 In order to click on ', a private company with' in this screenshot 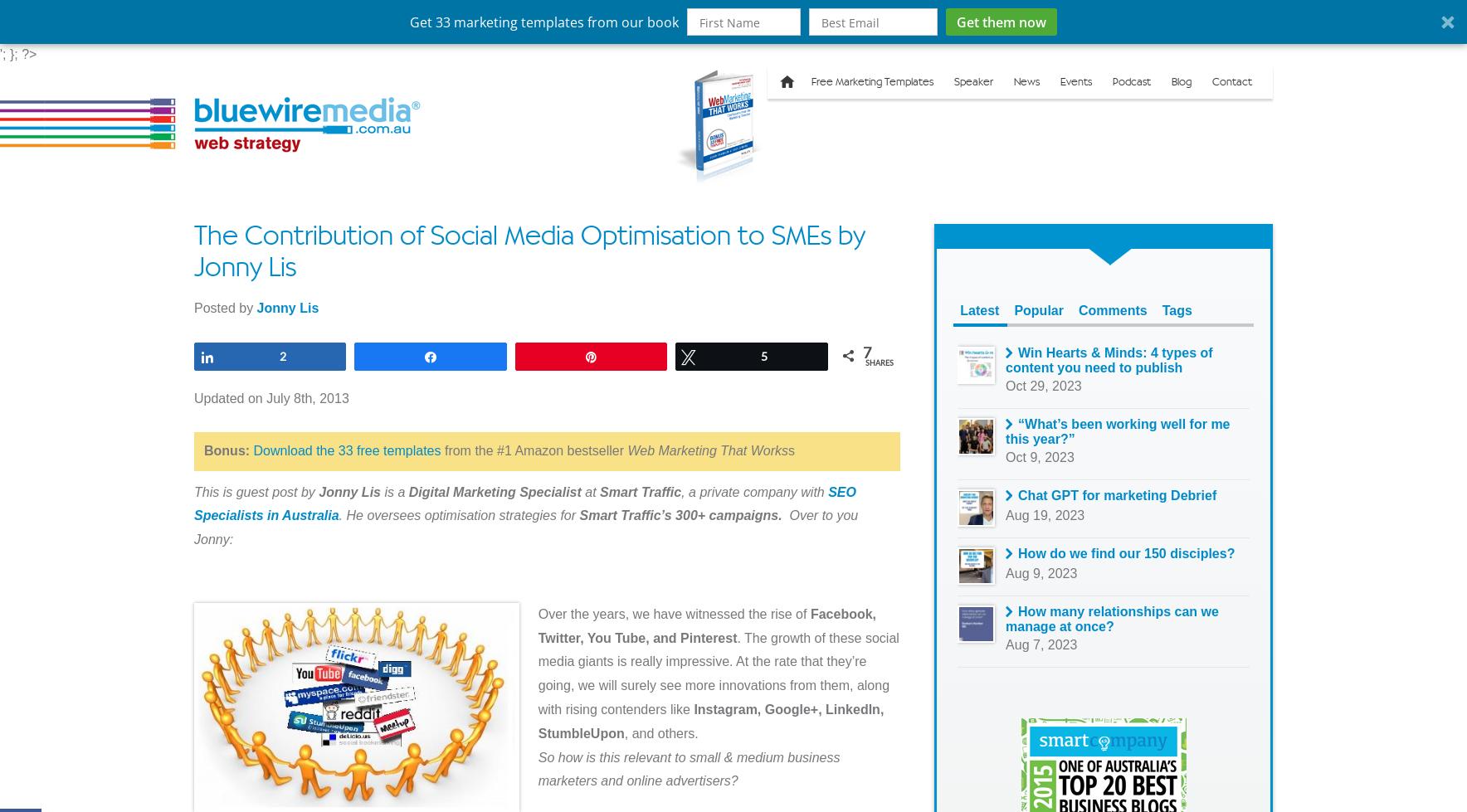, I will do `click(753, 490)`.